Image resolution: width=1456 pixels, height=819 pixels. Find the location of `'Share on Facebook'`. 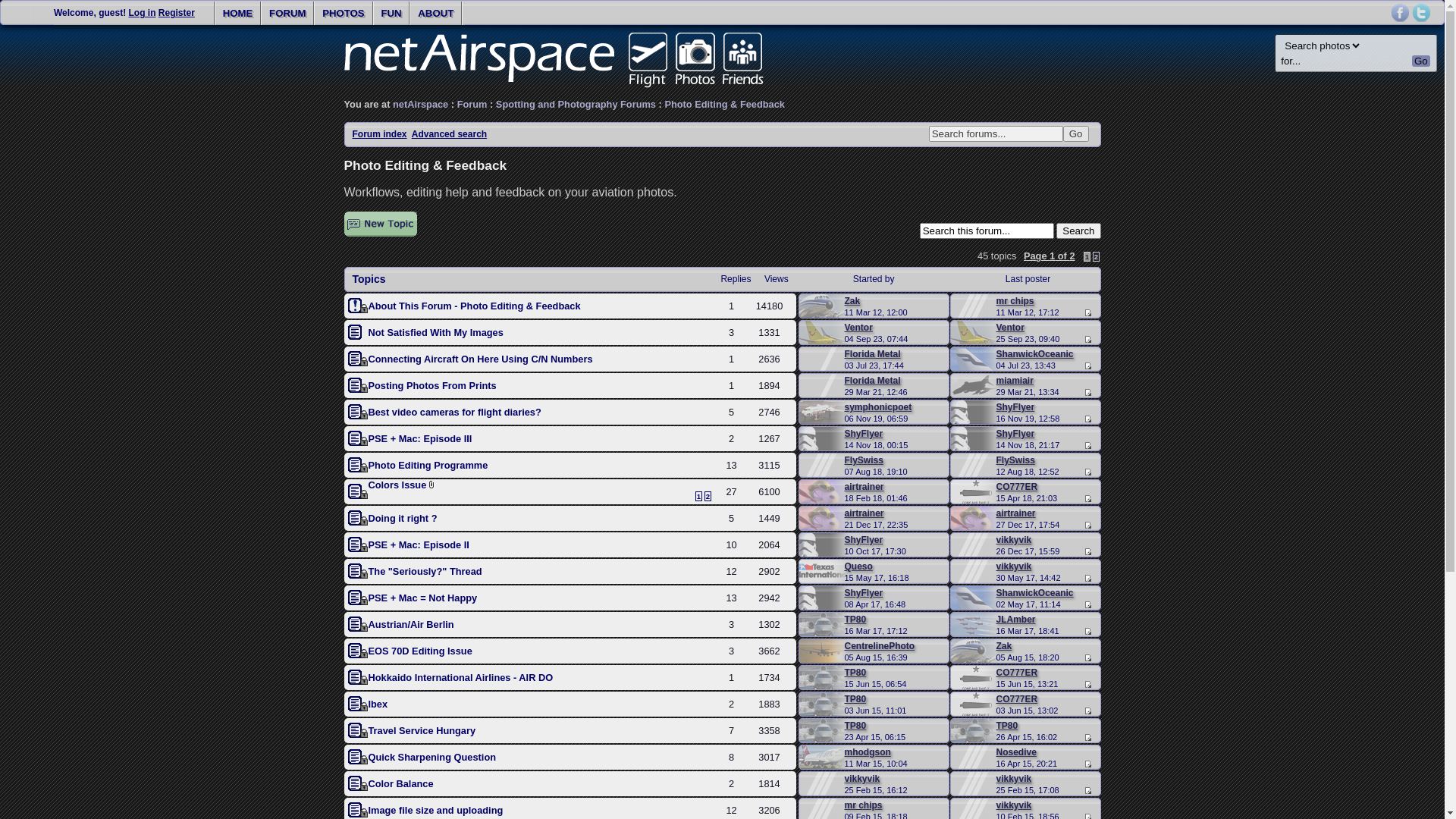

'Share on Facebook' is located at coordinates (1390, 12).